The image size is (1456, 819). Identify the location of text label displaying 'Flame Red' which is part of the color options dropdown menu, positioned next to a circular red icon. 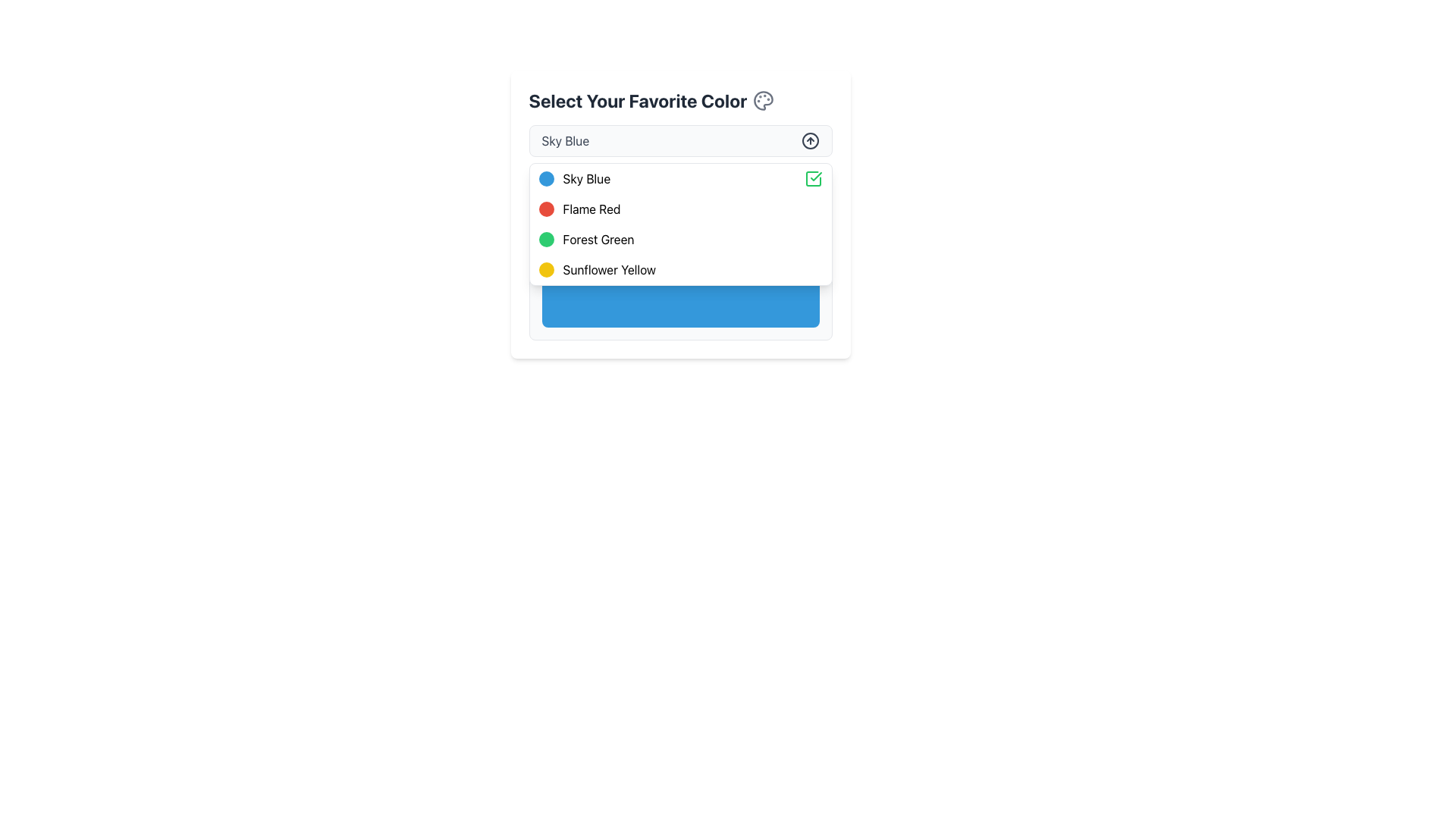
(591, 209).